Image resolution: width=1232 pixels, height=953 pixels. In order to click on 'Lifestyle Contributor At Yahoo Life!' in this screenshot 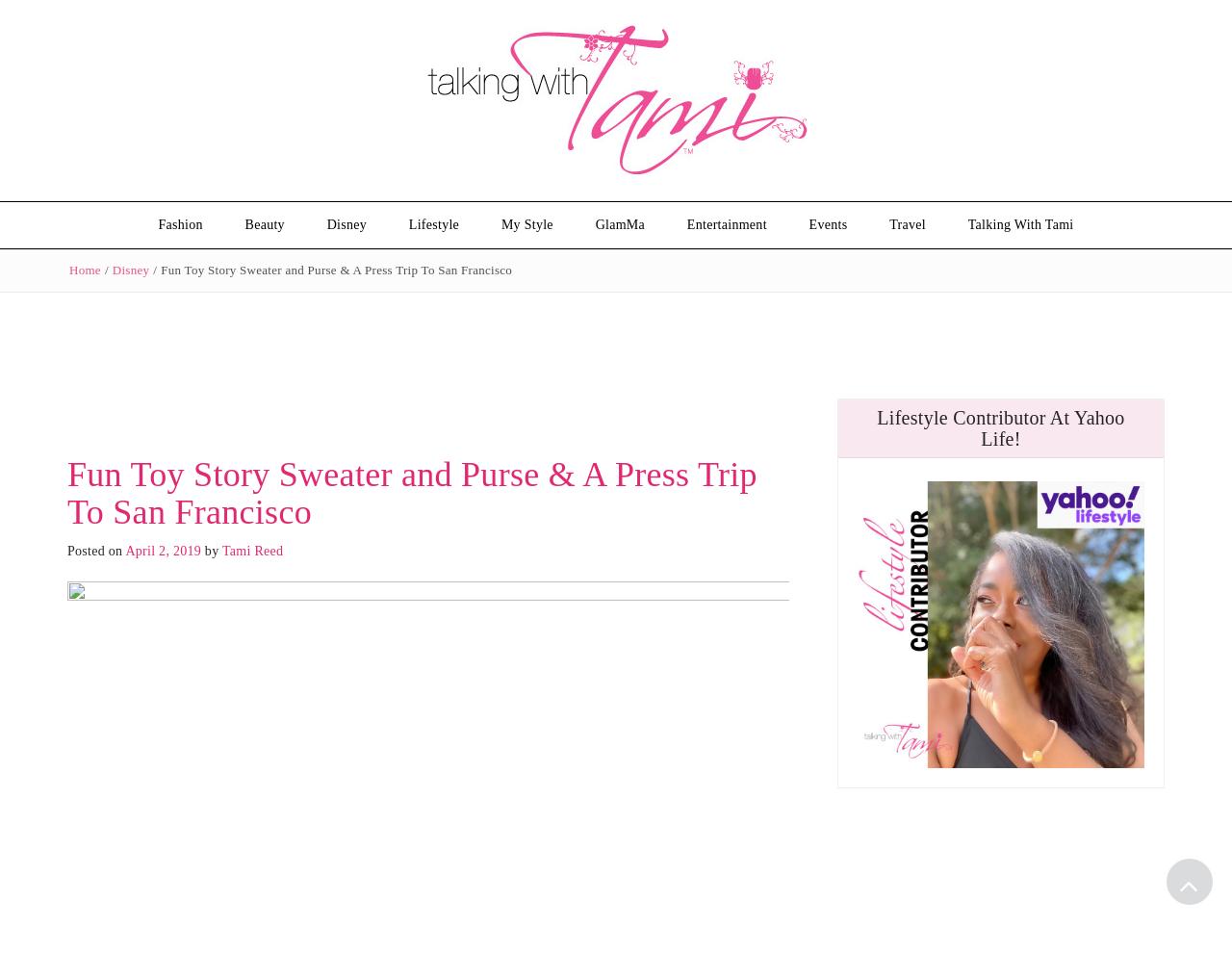, I will do `click(1000, 426)`.